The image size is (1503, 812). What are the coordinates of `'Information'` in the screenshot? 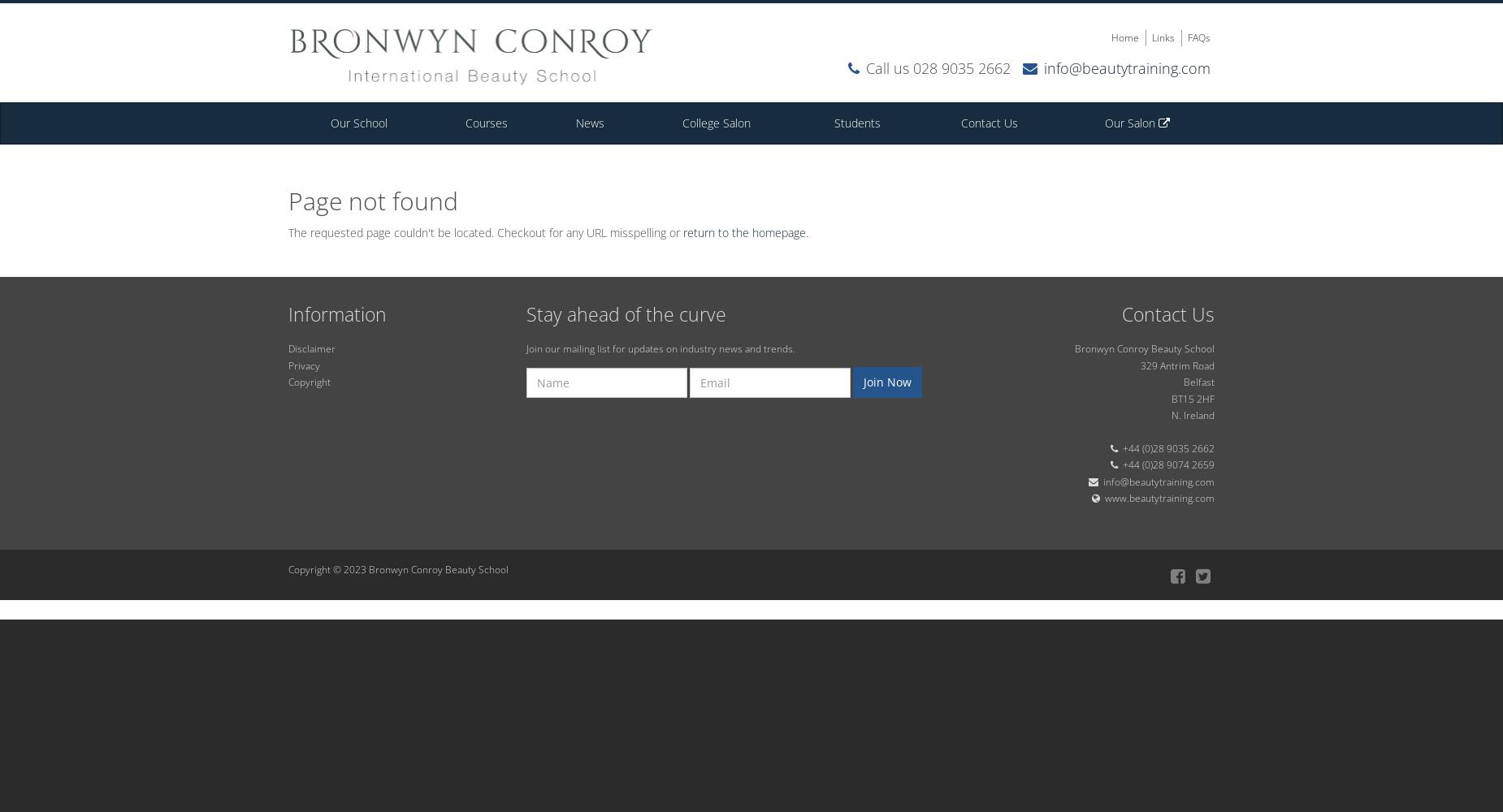 It's located at (336, 314).